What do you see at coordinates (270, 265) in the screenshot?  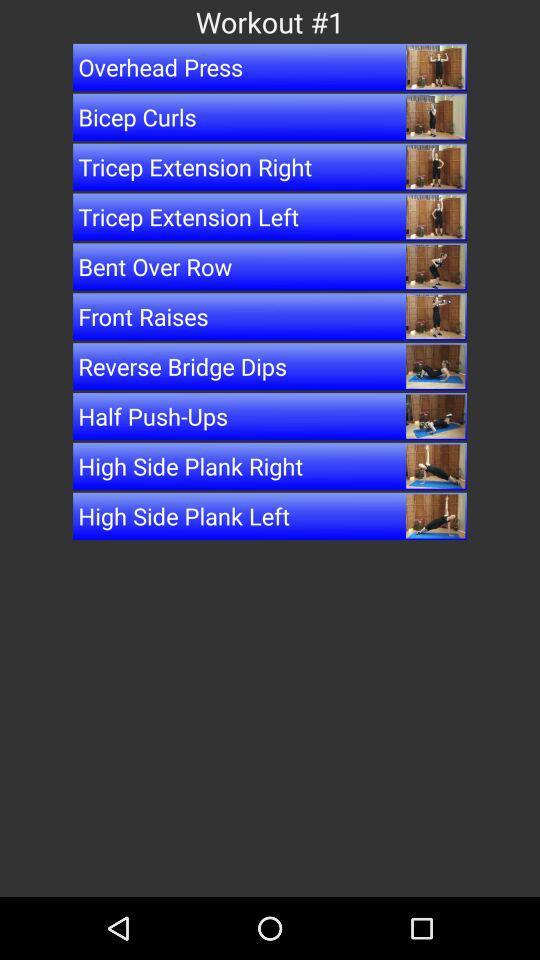 I see `the button below tricep extension left` at bounding box center [270, 265].